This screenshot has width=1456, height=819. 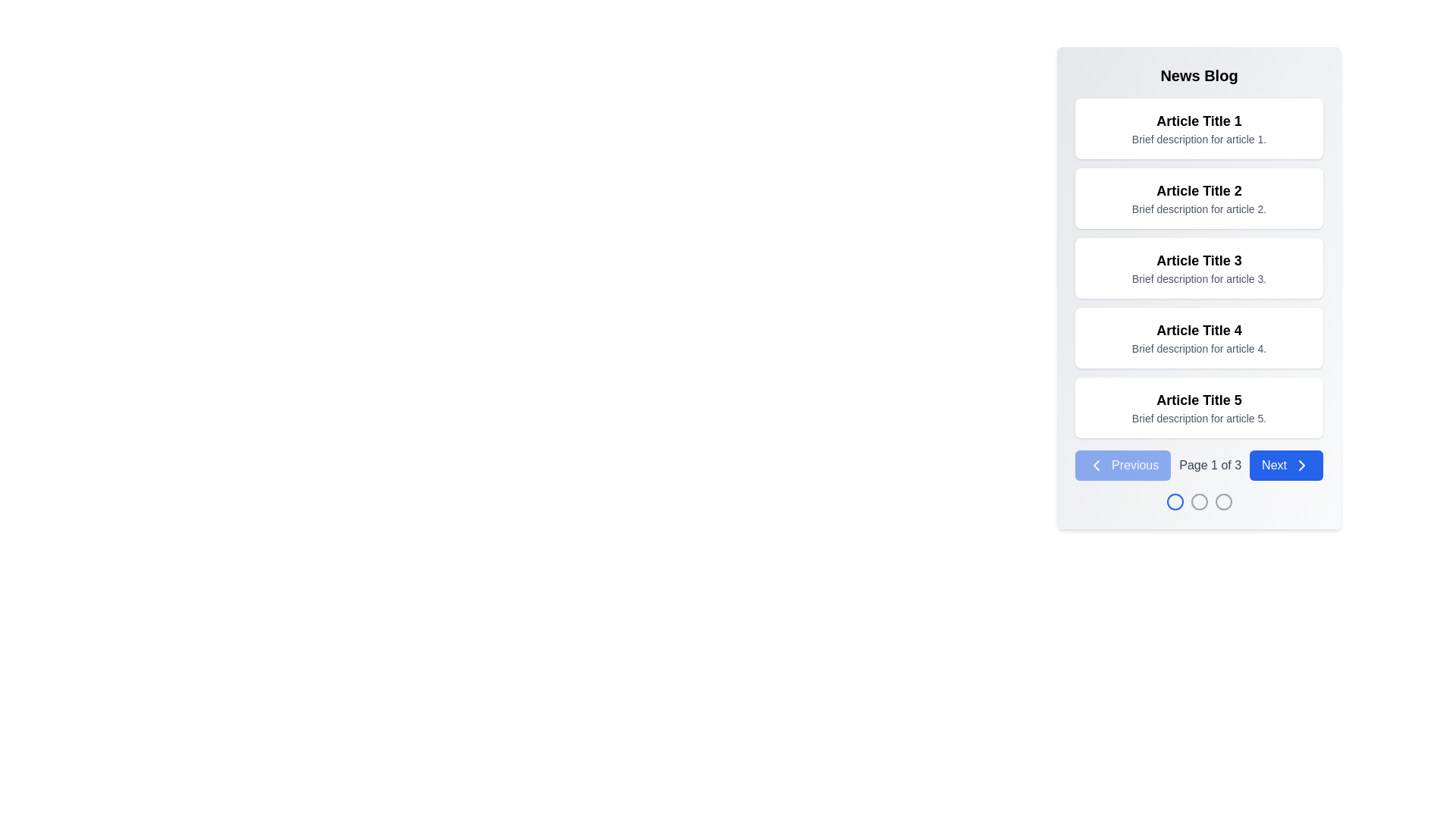 What do you see at coordinates (1123, 464) in the screenshot?
I see `the 'Previous' button located in the bottom-left corner of the navigation bar` at bounding box center [1123, 464].